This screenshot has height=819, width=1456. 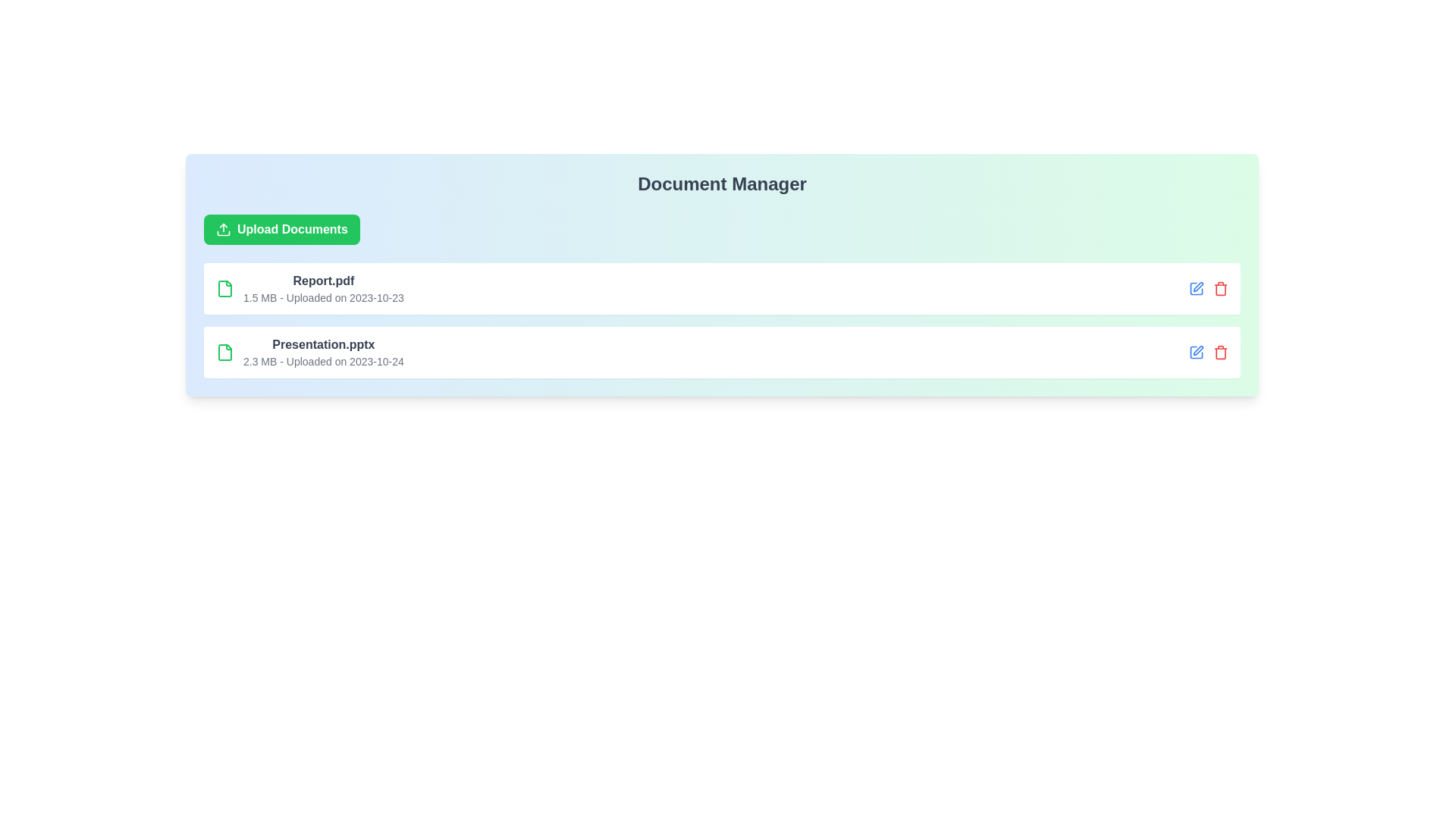 I want to click on the delete button located at the top-right corner of the second document entry, so click(x=1220, y=353).